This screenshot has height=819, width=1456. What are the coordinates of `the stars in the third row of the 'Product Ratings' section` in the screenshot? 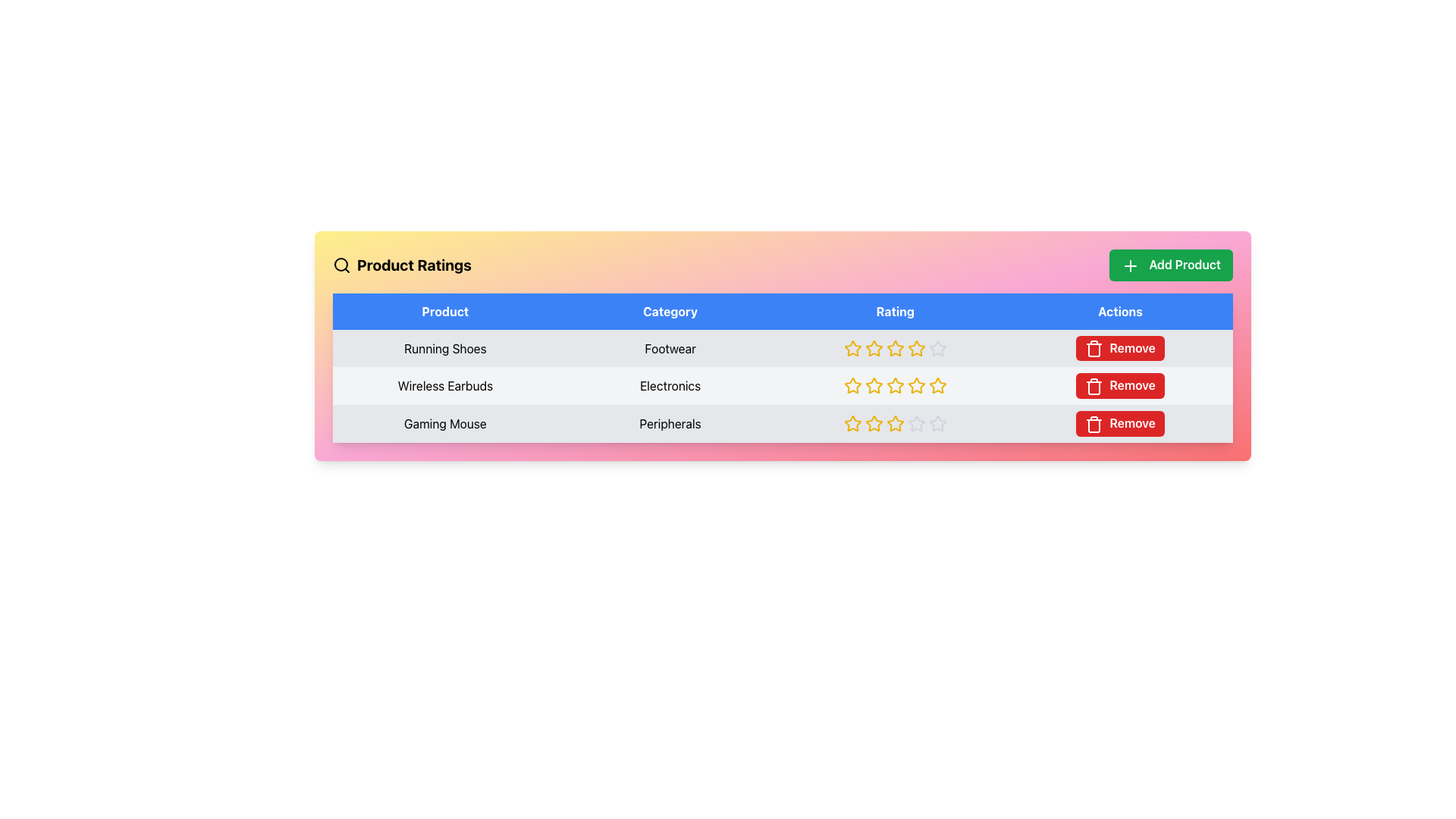 It's located at (783, 424).